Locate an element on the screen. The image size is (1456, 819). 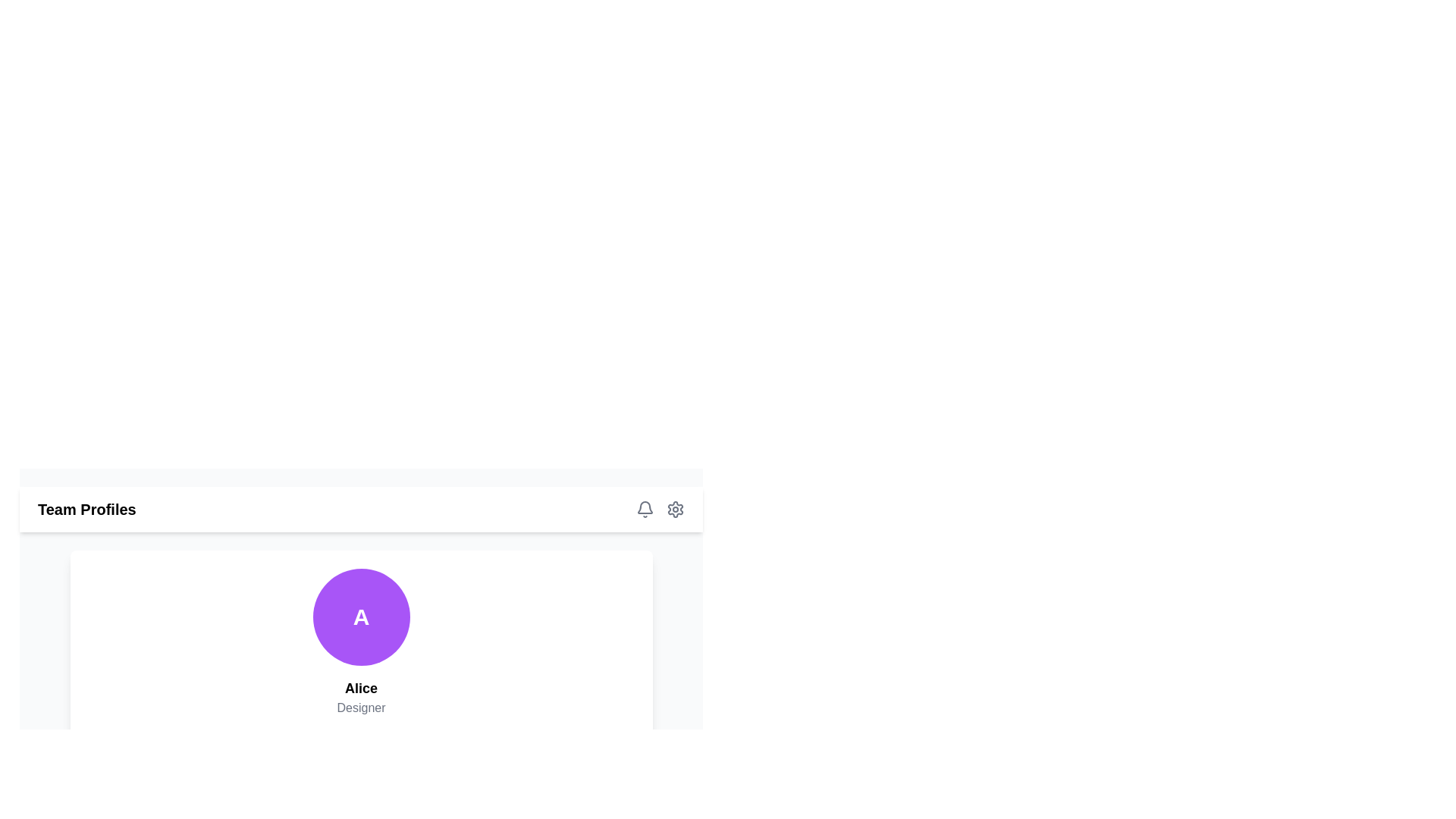
text displayed in the text label that shows the name 'Alice', which is located below the circular avatar and above the text 'Designer' is located at coordinates (360, 688).